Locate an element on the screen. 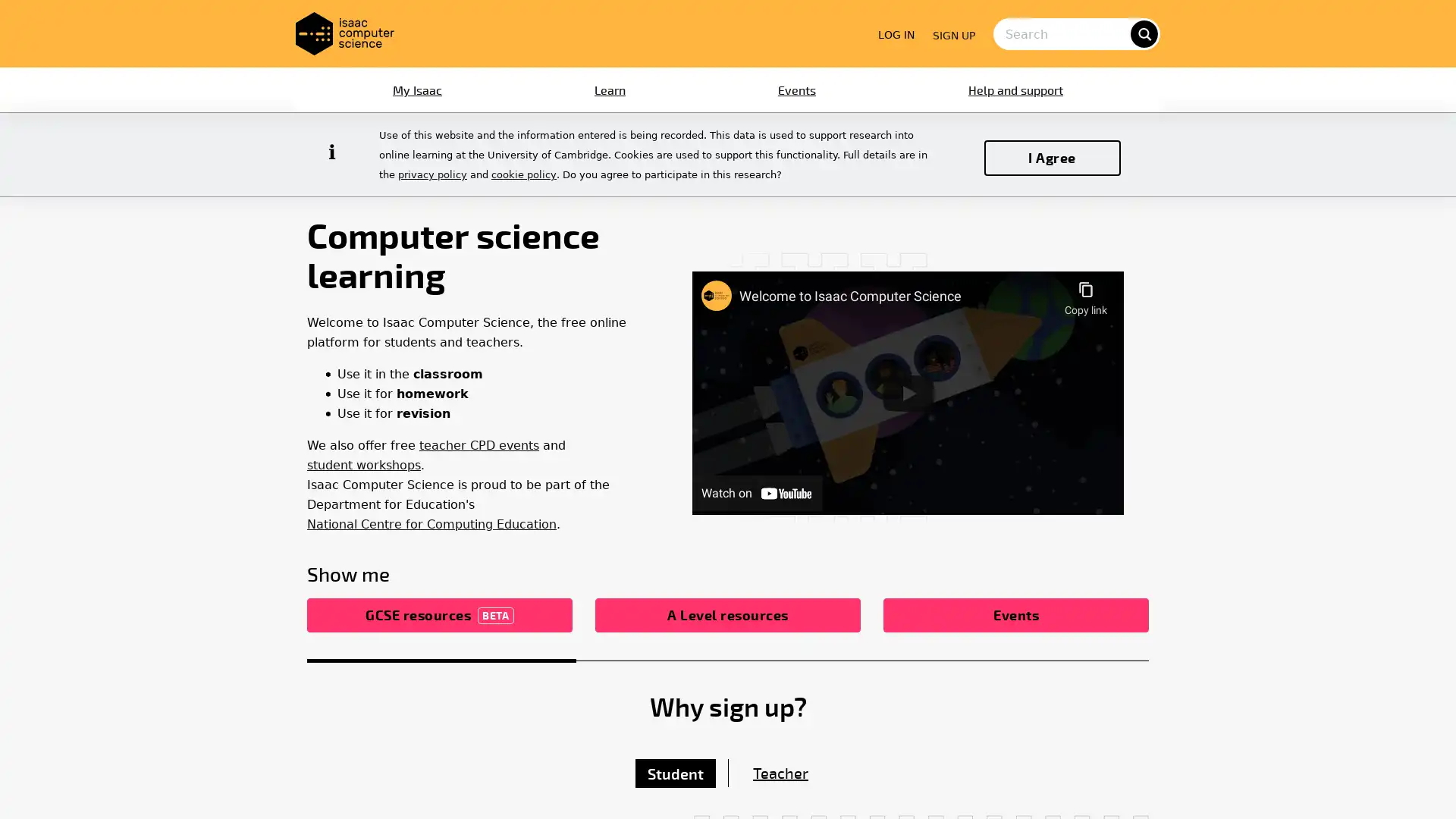 This screenshot has height=819, width=1456. search is located at coordinates (1143, 33).